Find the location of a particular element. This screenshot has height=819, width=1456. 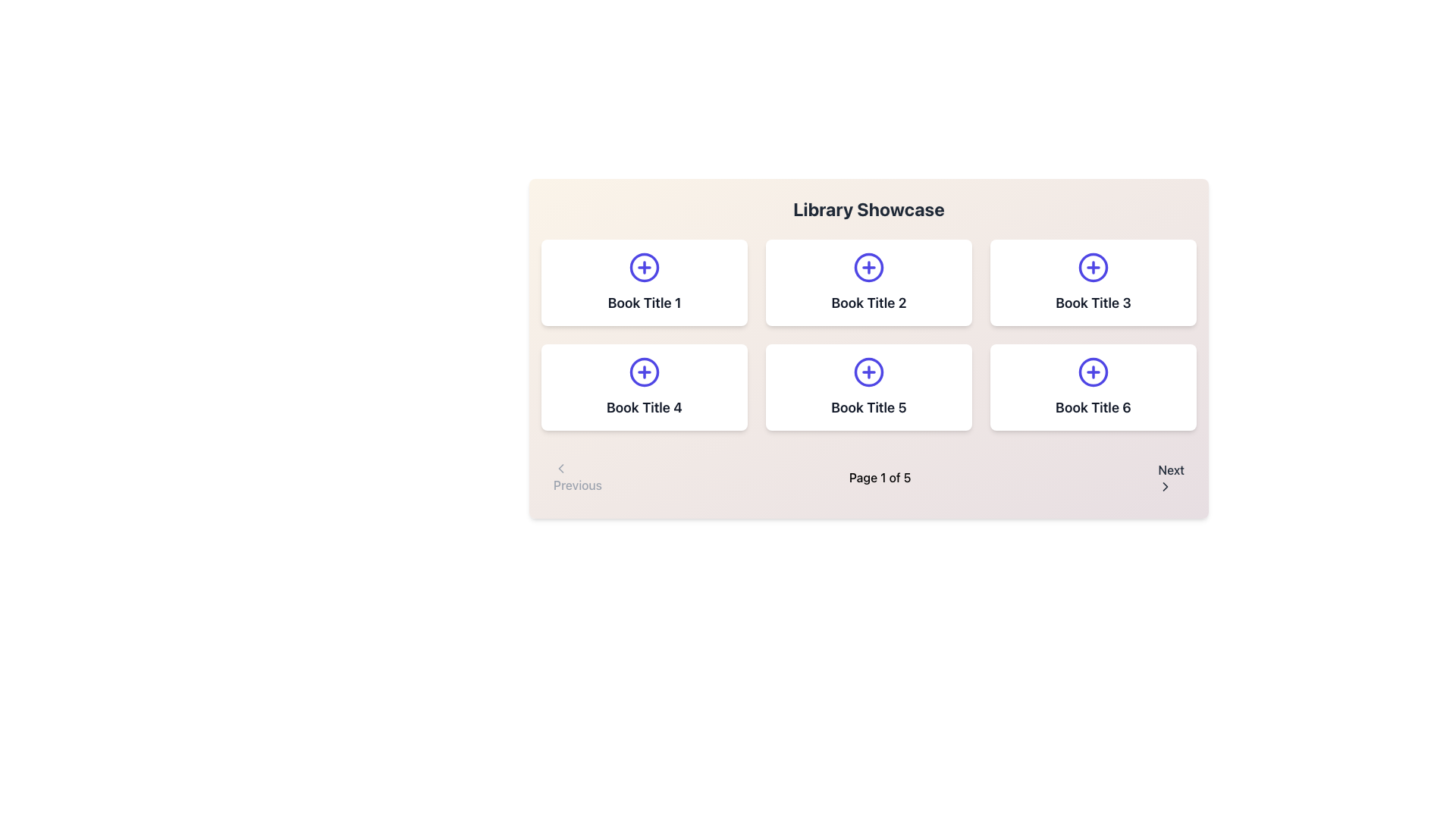

the text label displaying 'Book Title 2', which is centrally located in the second card of the top row in a grid layout is located at coordinates (869, 303).